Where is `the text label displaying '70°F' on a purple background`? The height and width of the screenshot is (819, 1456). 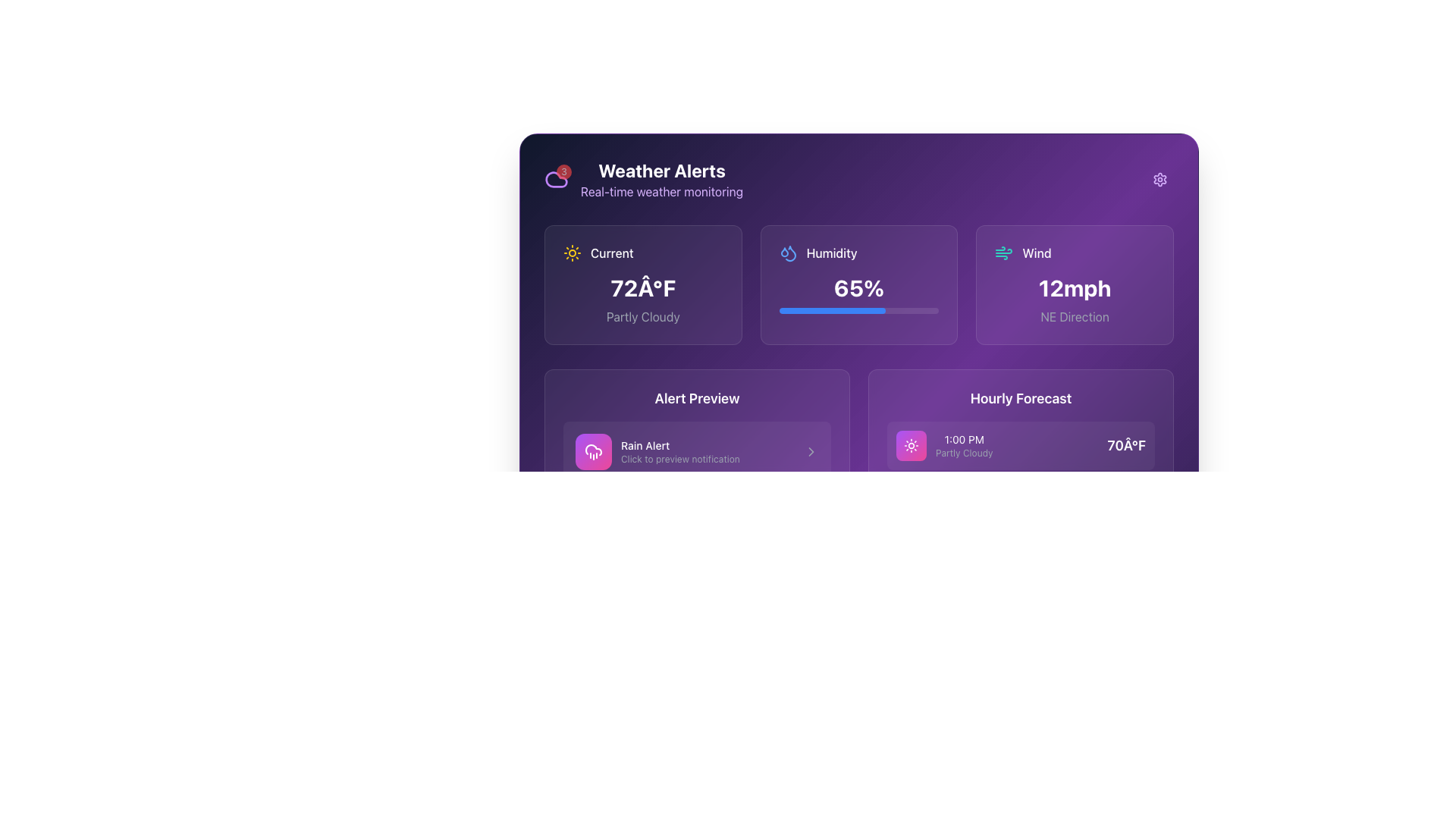
the text label displaying '70°F' on a purple background is located at coordinates (1126, 444).